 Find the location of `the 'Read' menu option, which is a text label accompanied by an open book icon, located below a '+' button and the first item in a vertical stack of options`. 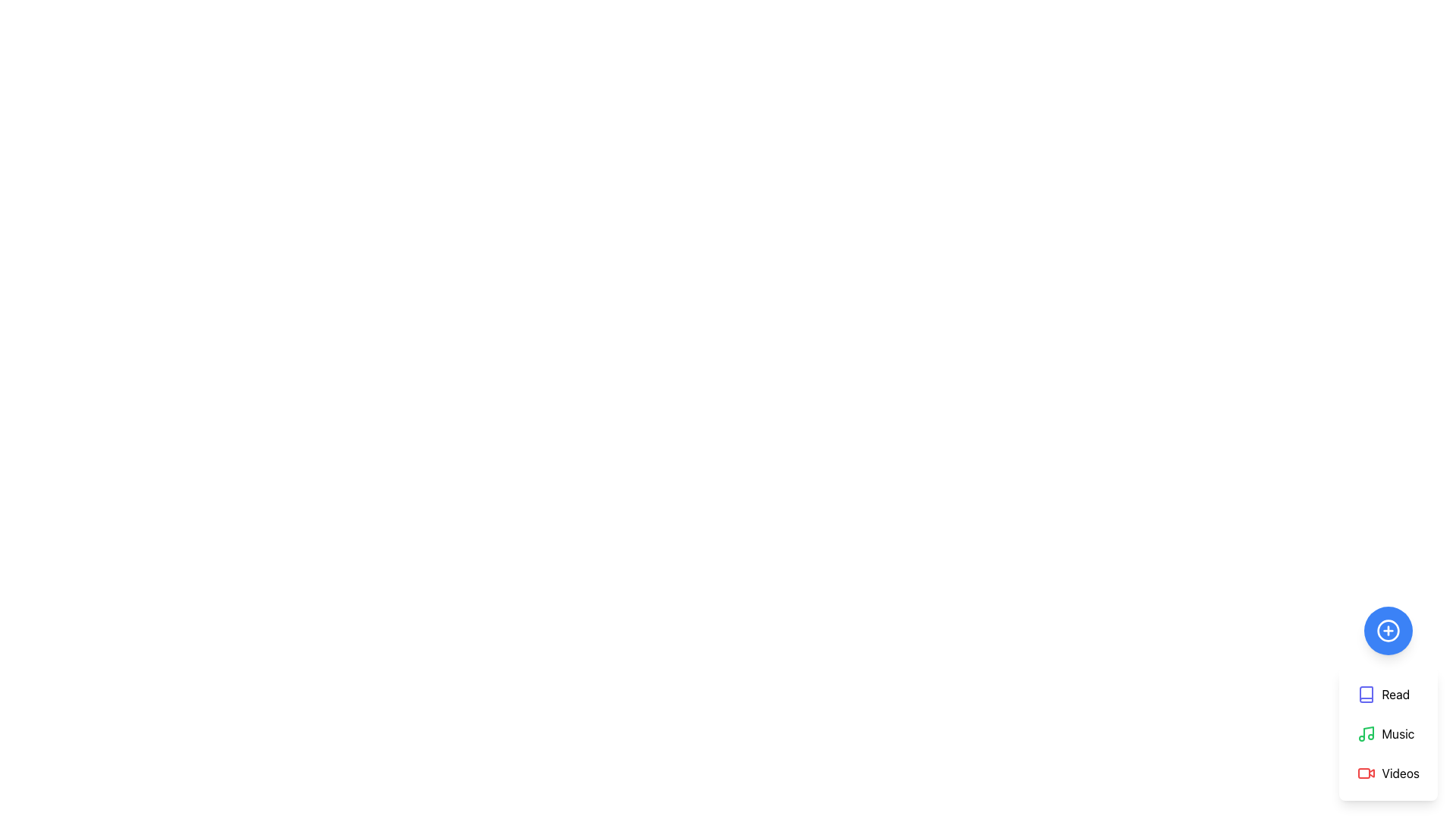

the 'Read' menu option, which is a text label accompanied by an open book icon, located below a '+' button and the first item in a vertical stack of options is located at coordinates (1389, 704).